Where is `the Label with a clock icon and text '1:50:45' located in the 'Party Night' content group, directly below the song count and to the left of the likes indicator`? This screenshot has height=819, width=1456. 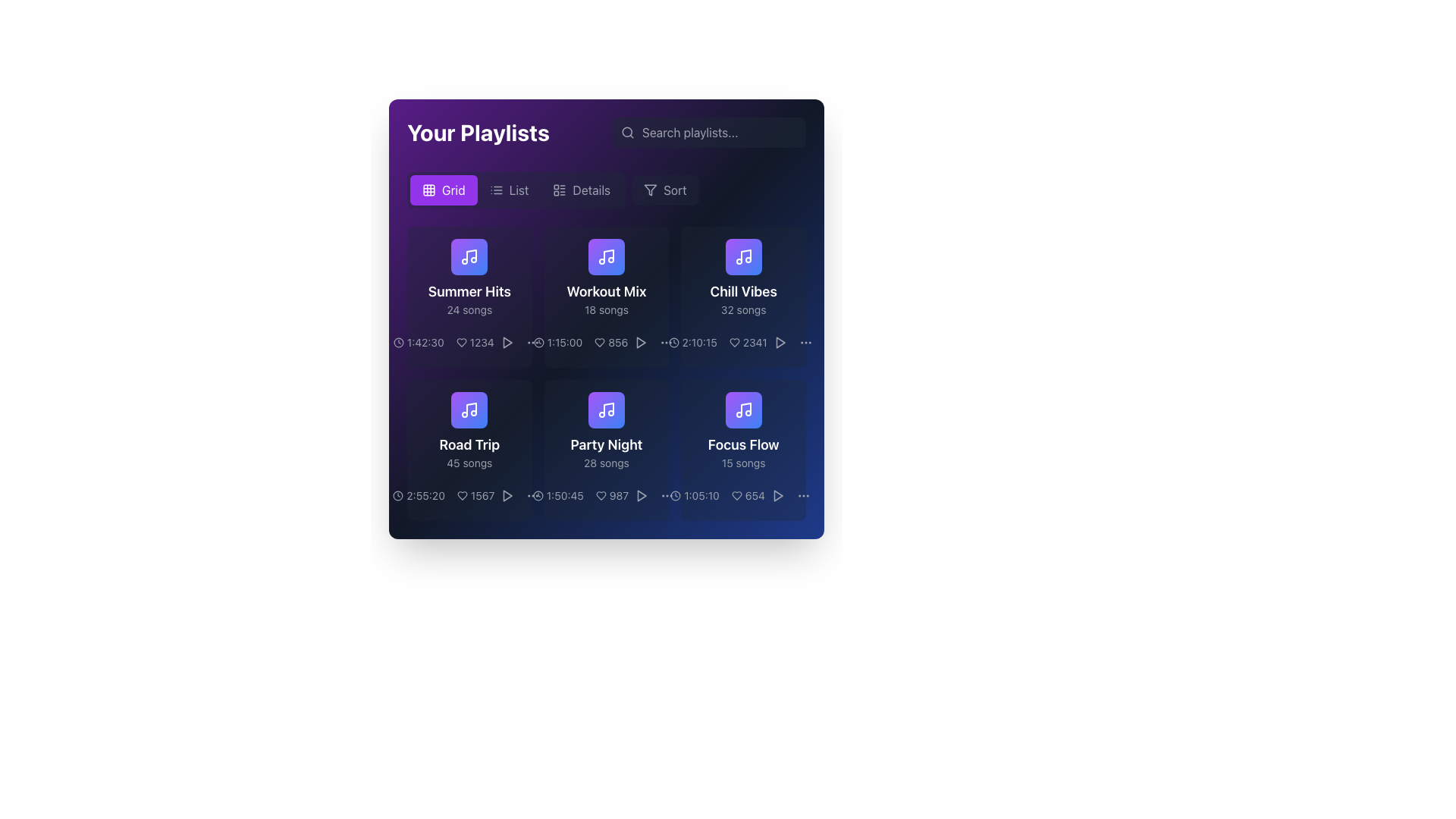 the Label with a clock icon and text '1:50:45' located in the 'Party Night' content group, directly below the song count and to the left of the likes indicator is located at coordinates (557, 496).